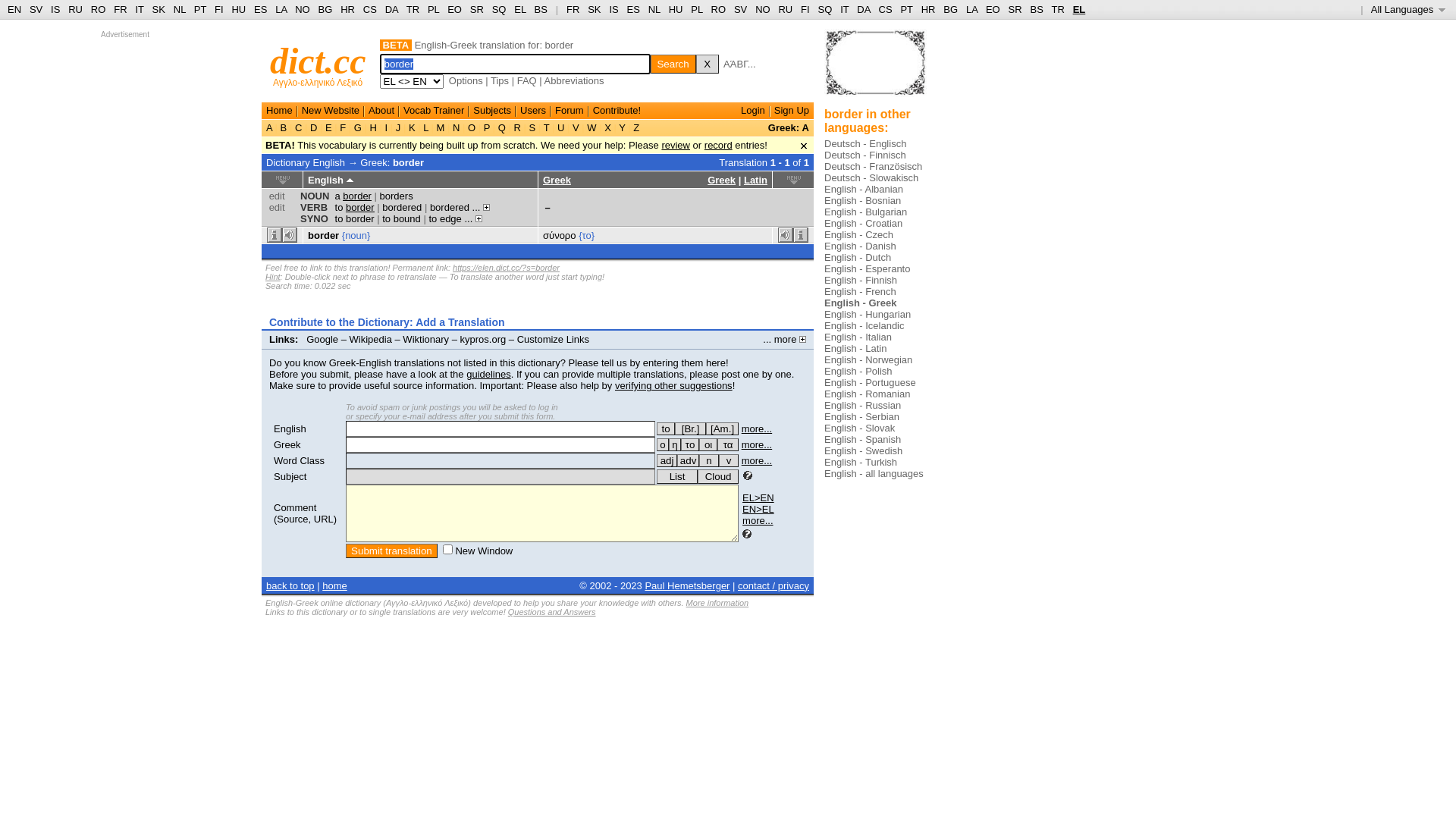  Describe the element at coordinates (790, 109) in the screenshot. I see `'Sign Up'` at that location.